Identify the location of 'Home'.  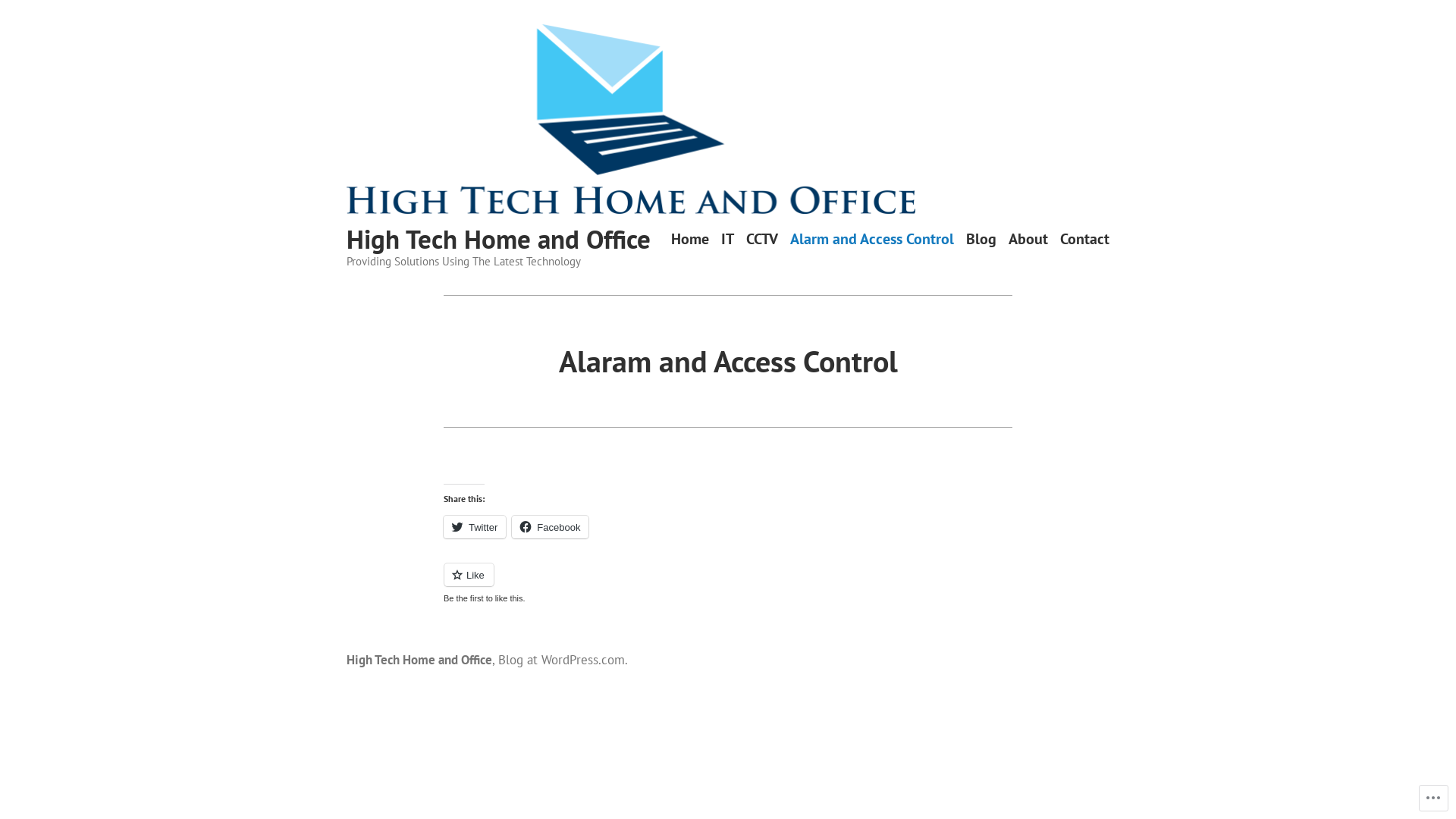
(689, 239).